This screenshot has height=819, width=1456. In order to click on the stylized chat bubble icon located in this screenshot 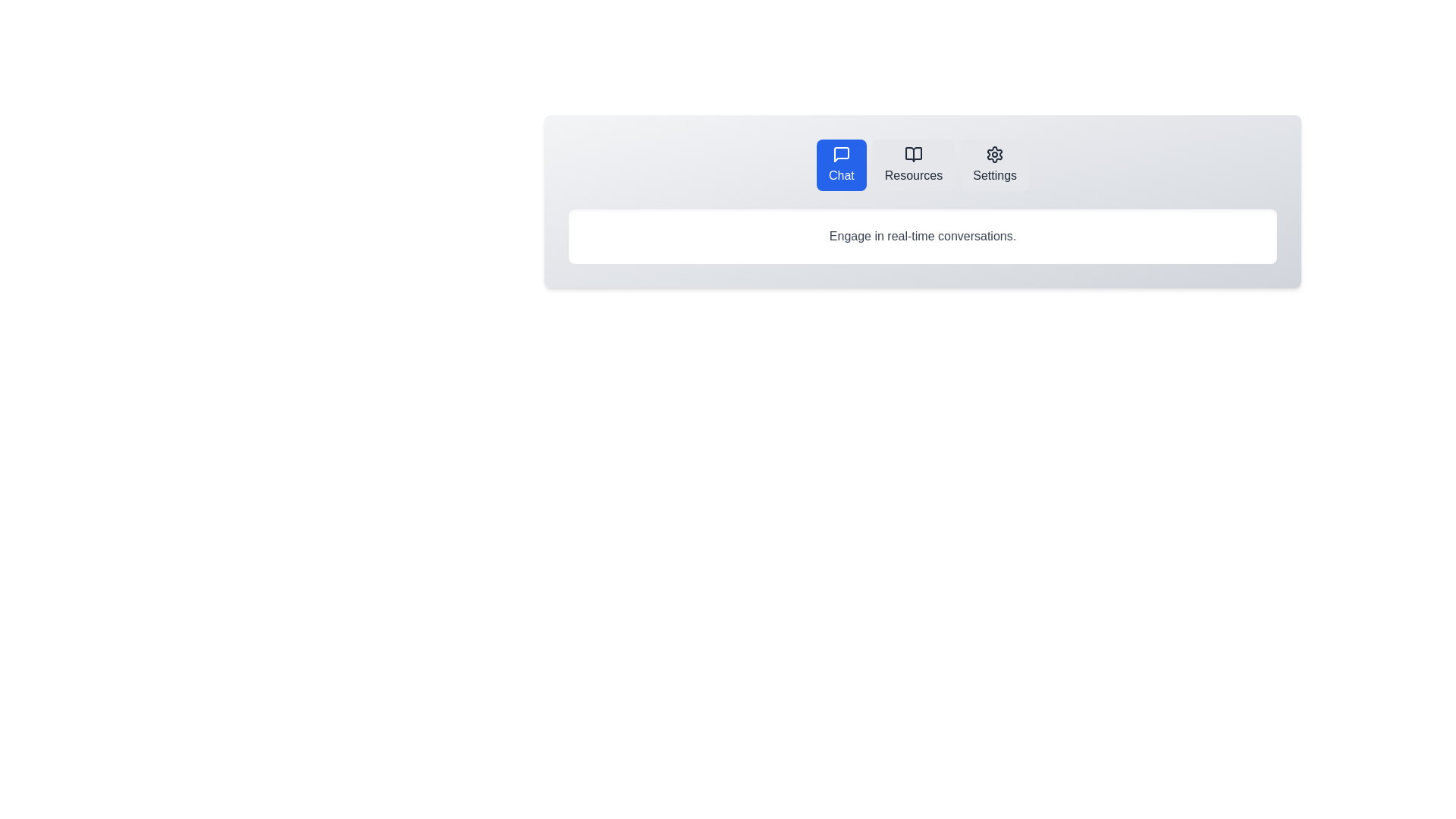, I will do `click(840, 155)`.